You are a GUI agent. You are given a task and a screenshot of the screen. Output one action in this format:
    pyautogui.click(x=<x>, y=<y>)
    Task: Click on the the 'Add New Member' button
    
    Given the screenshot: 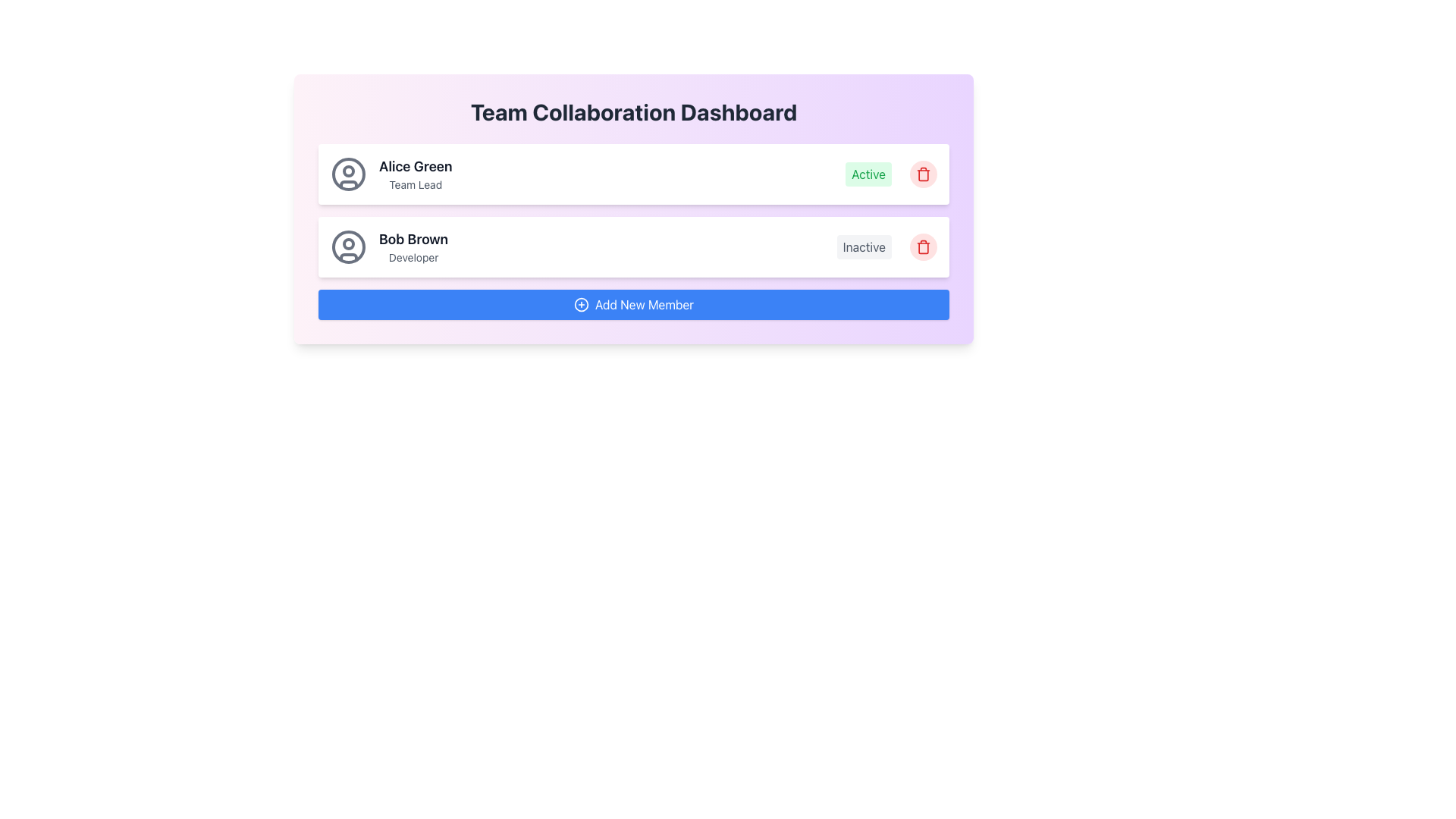 What is the action you would take?
    pyautogui.click(x=633, y=304)
    